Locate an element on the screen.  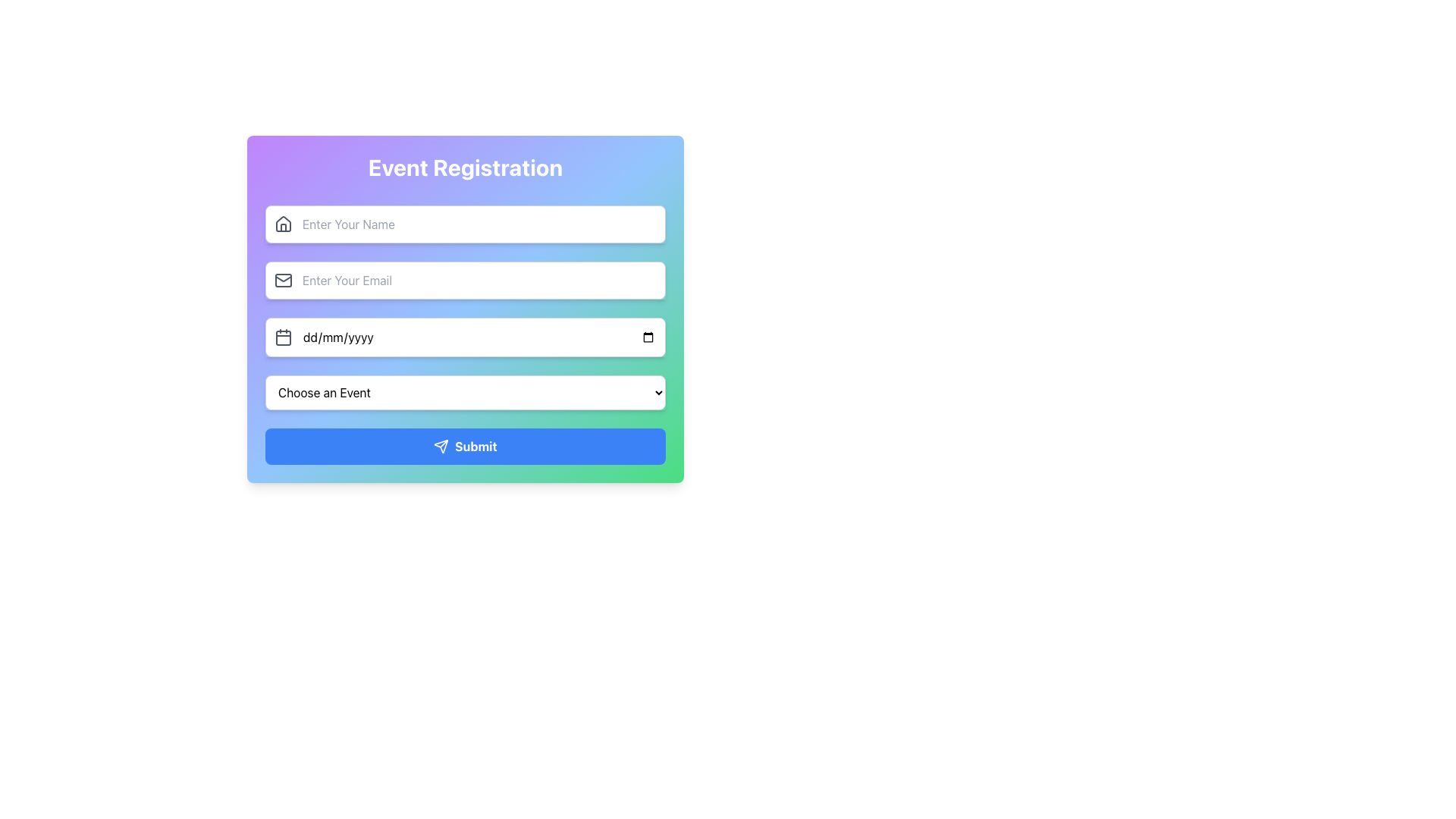
the 'Submit' button located at the bottom of the 'Event Registration' form is located at coordinates (465, 446).